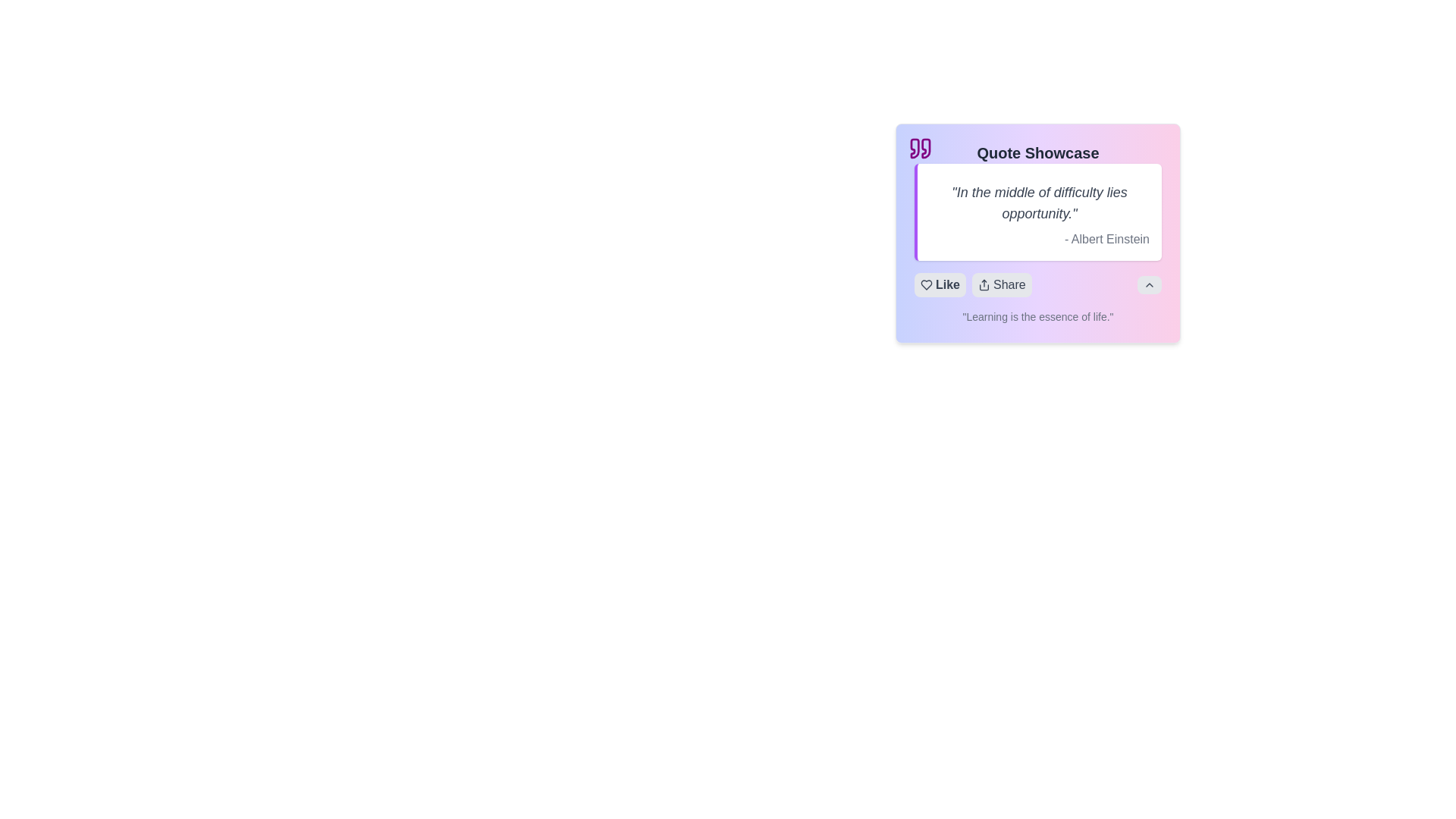 The image size is (1456, 819). I want to click on the decorative quotation icon located in the top-left corner of the card component, above the quote text and to the left of the author's name, so click(920, 149).